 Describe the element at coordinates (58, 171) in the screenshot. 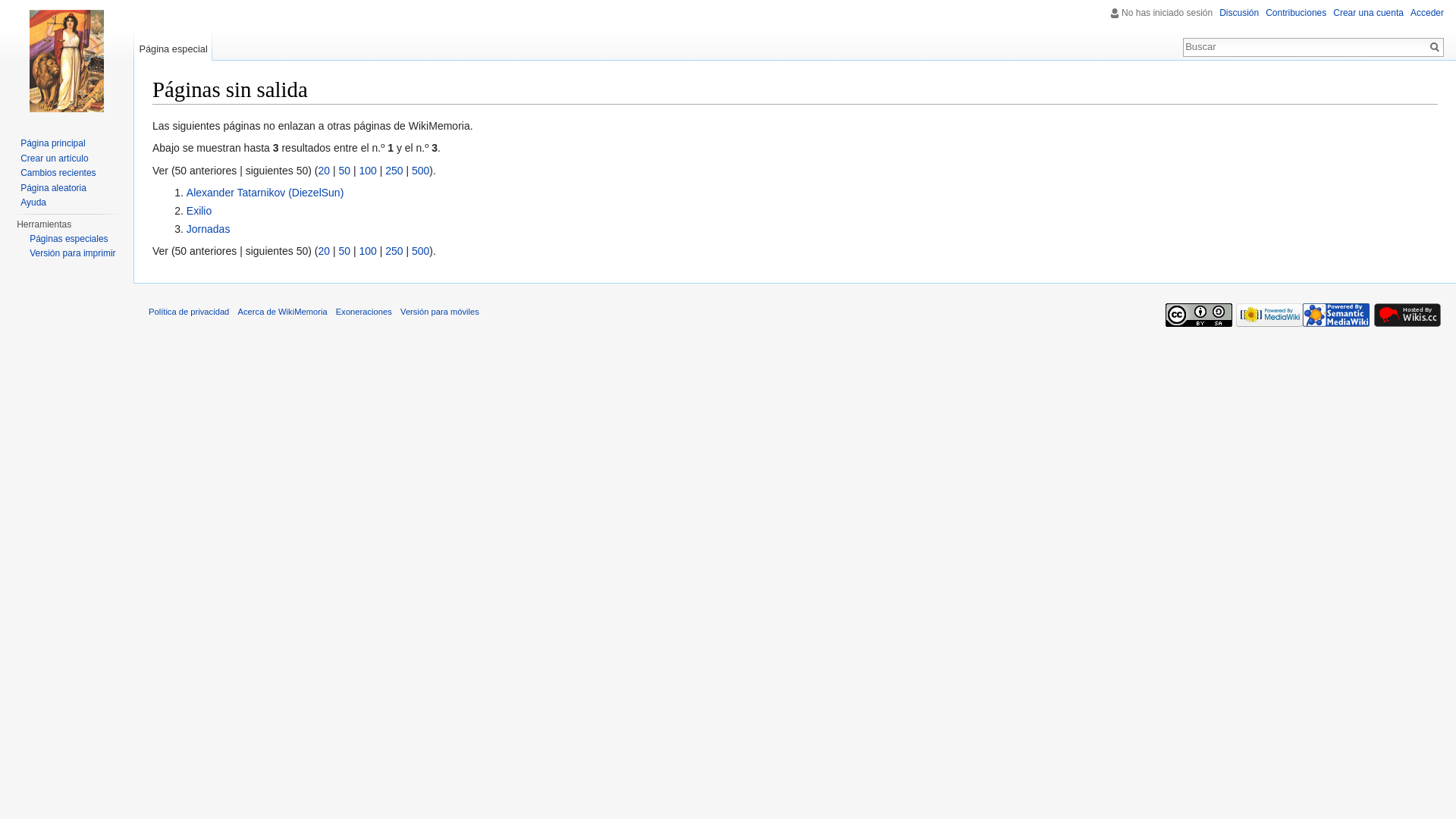

I see `'Cambios recientes'` at that location.